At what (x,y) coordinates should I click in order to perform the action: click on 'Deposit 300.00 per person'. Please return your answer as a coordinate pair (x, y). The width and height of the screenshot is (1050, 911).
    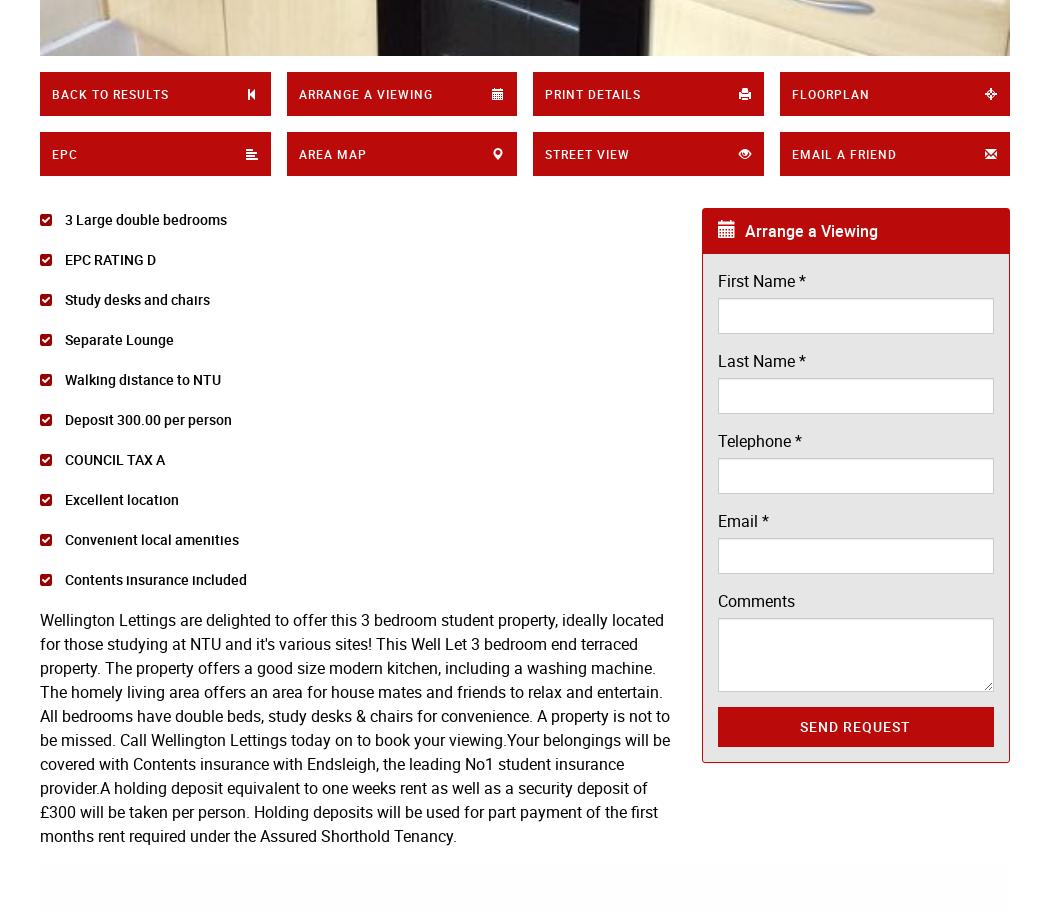
    Looking at the image, I should click on (146, 418).